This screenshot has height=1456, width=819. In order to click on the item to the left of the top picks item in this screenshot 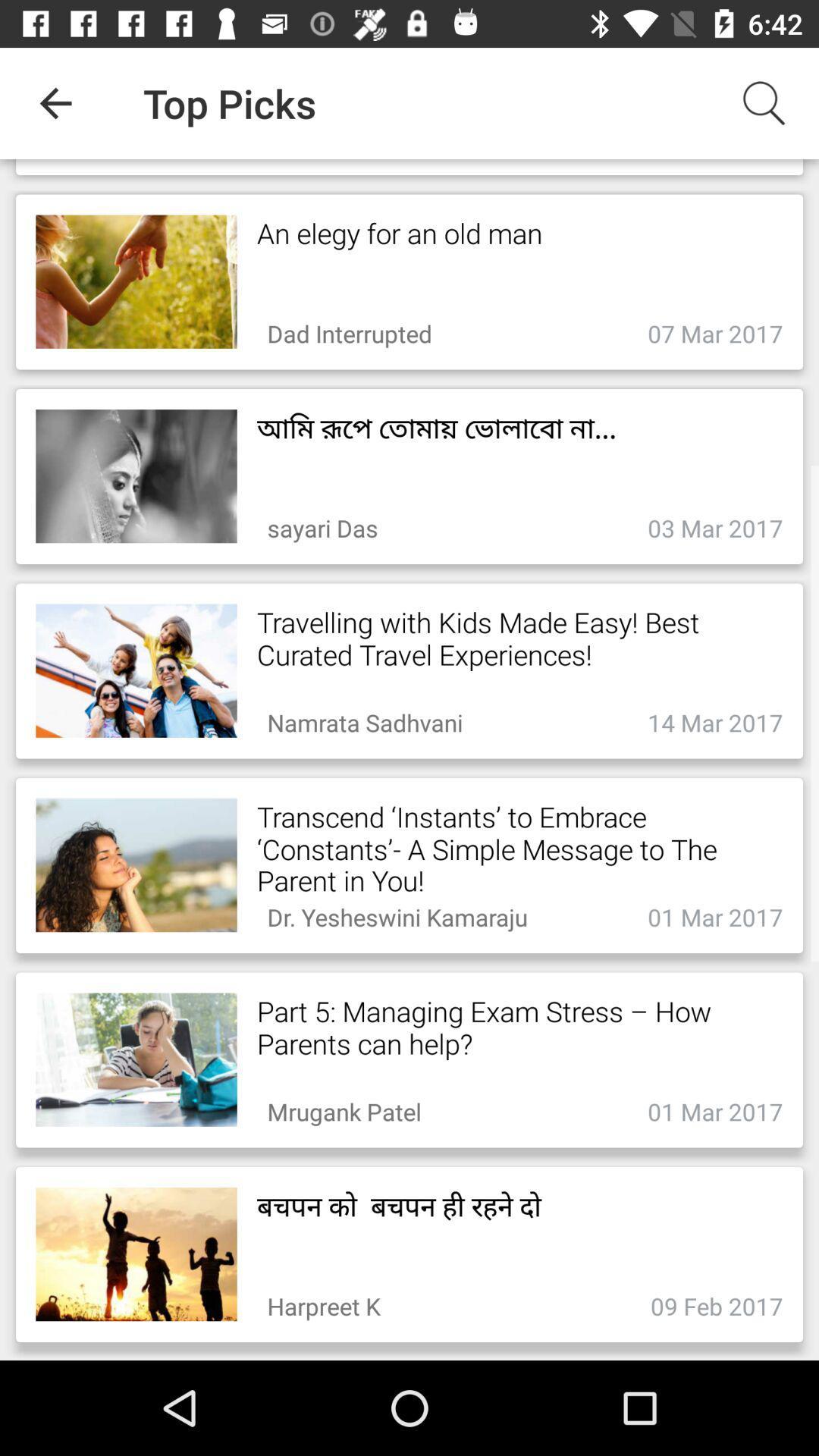, I will do `click(55, 102)`.